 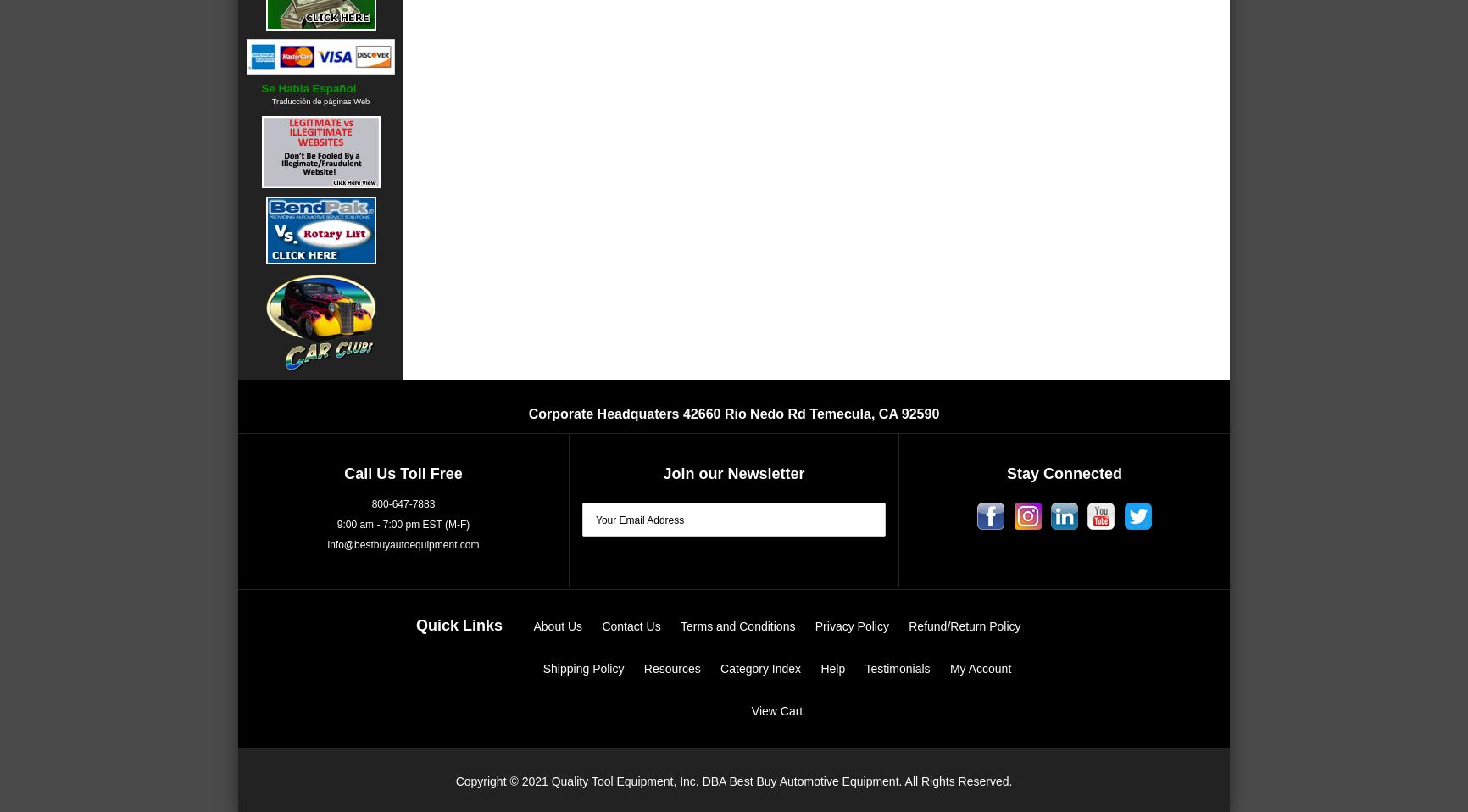 What do you see at coordinates (760, 667) in the screenshot?
I see `'Category Index'` at bounding box center [760, 667].